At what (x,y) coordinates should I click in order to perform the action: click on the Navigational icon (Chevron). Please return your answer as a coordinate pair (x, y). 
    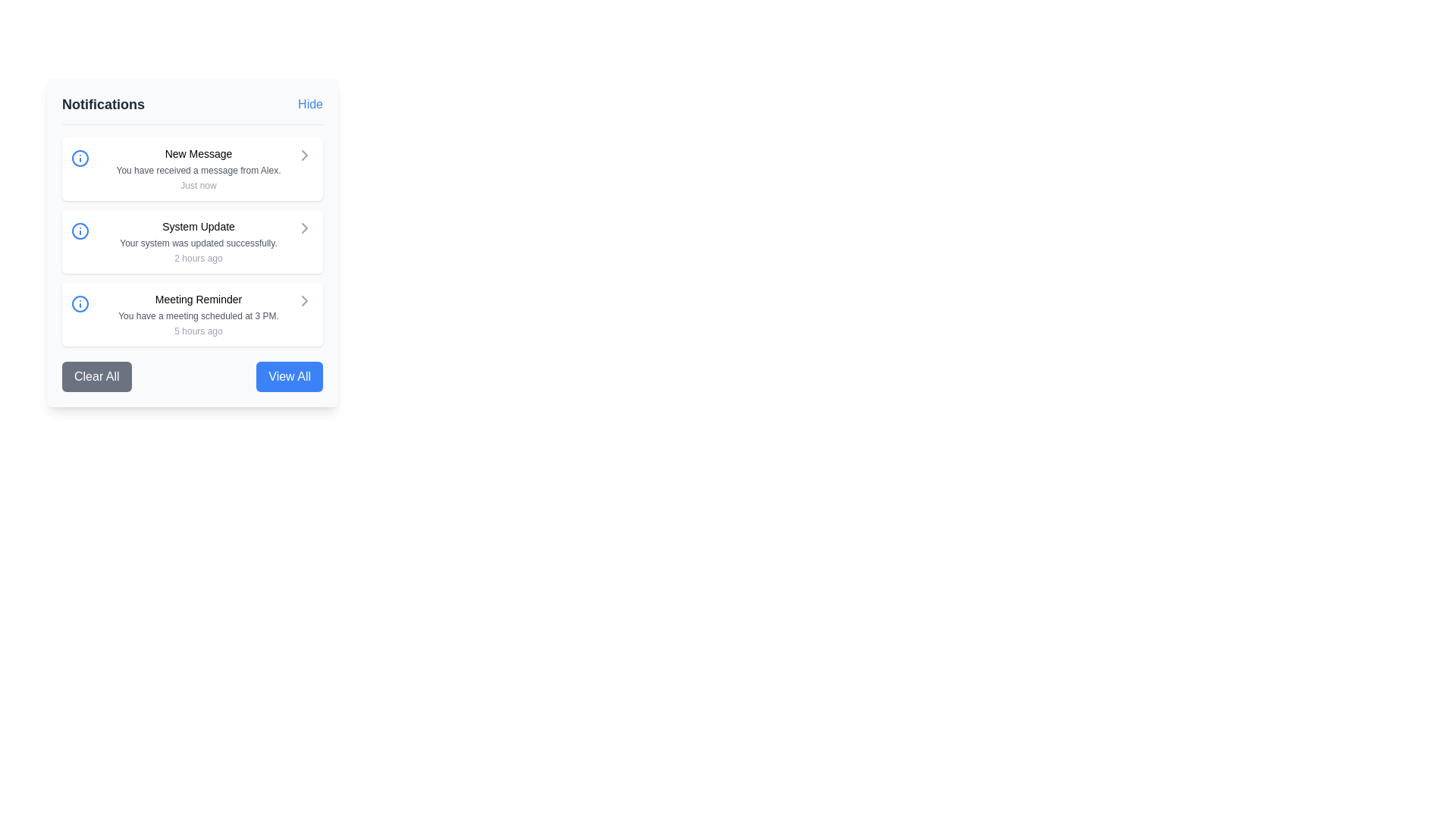
    Looking at the image, I should click on (304, 227).